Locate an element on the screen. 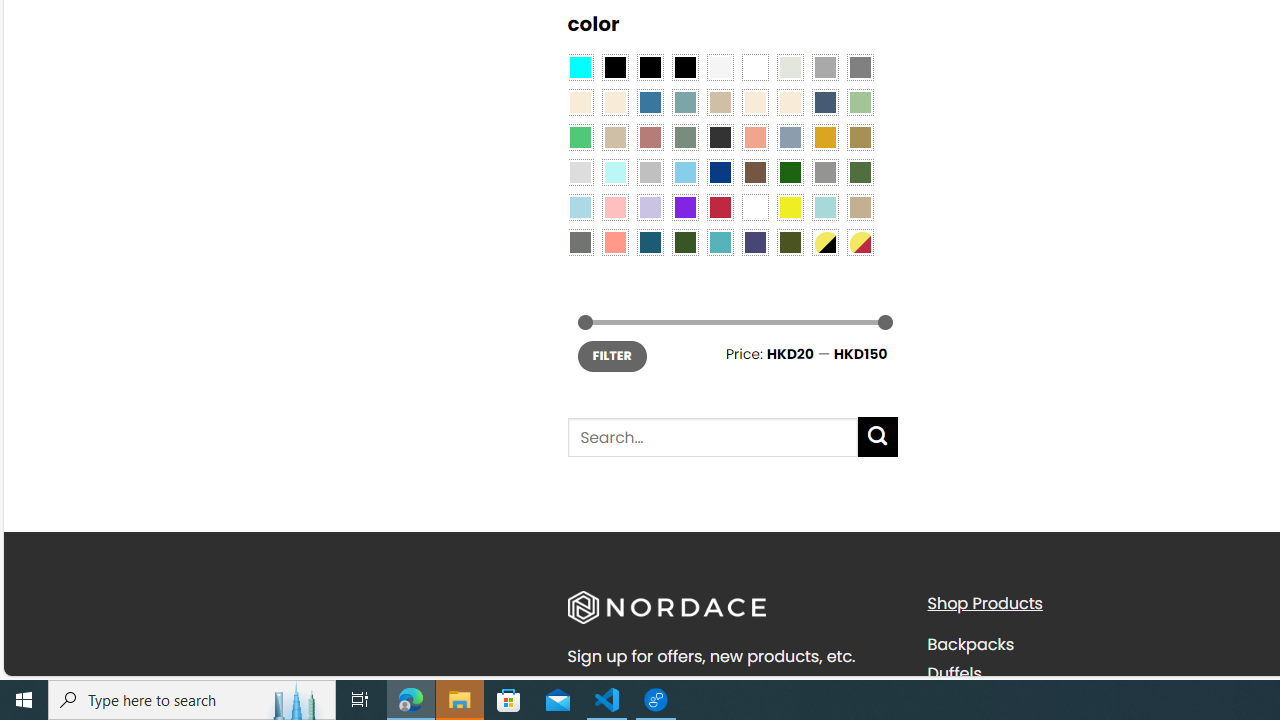  'Brown' is located at coordinates (754, 171).